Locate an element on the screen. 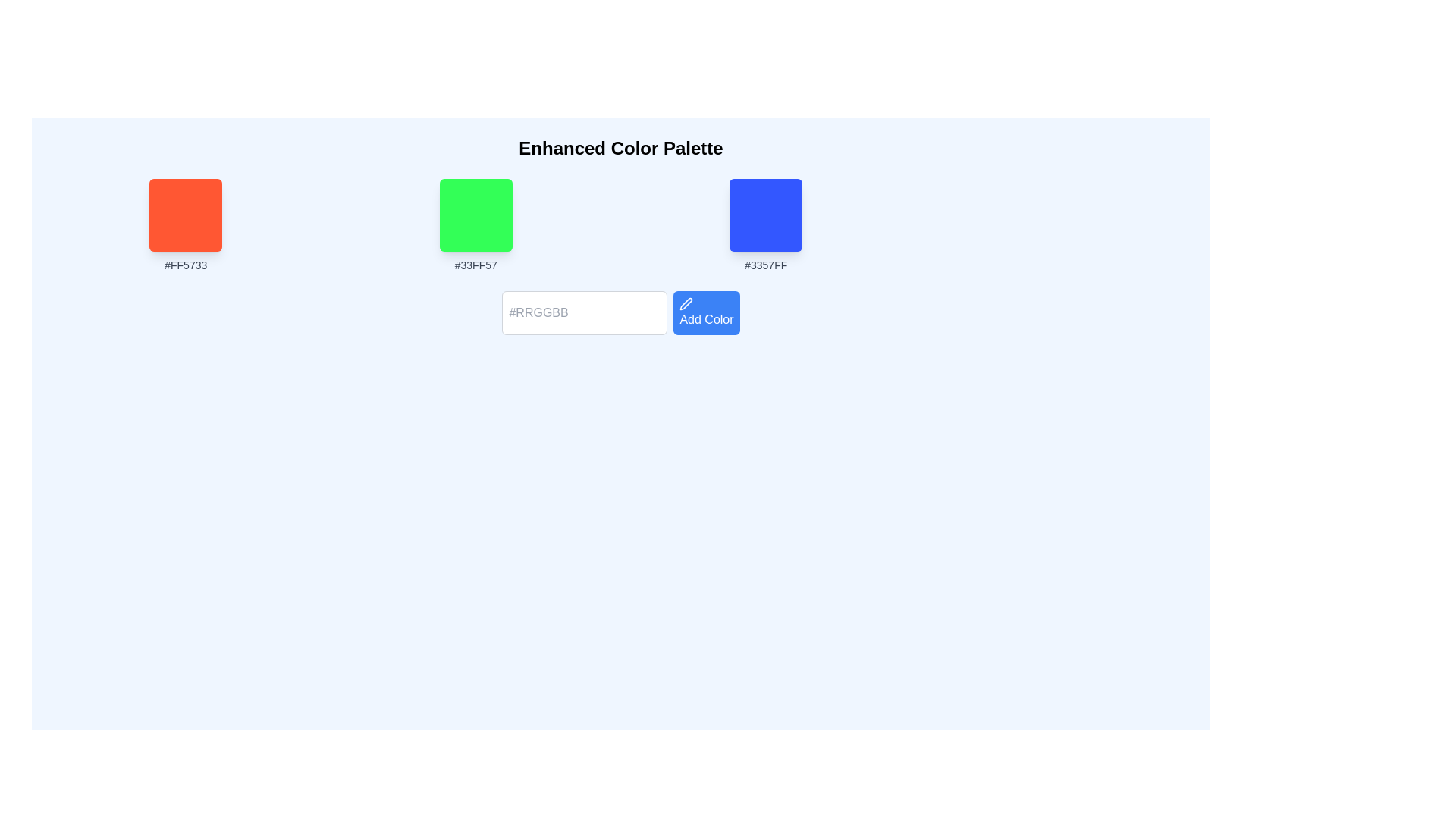 The height and width of the screenshot is (819, 1456). the color swatch component that visually represents the color #FF5733, located at the leftmost position among three color blocks in the palette is located at coordinates (185, 225).